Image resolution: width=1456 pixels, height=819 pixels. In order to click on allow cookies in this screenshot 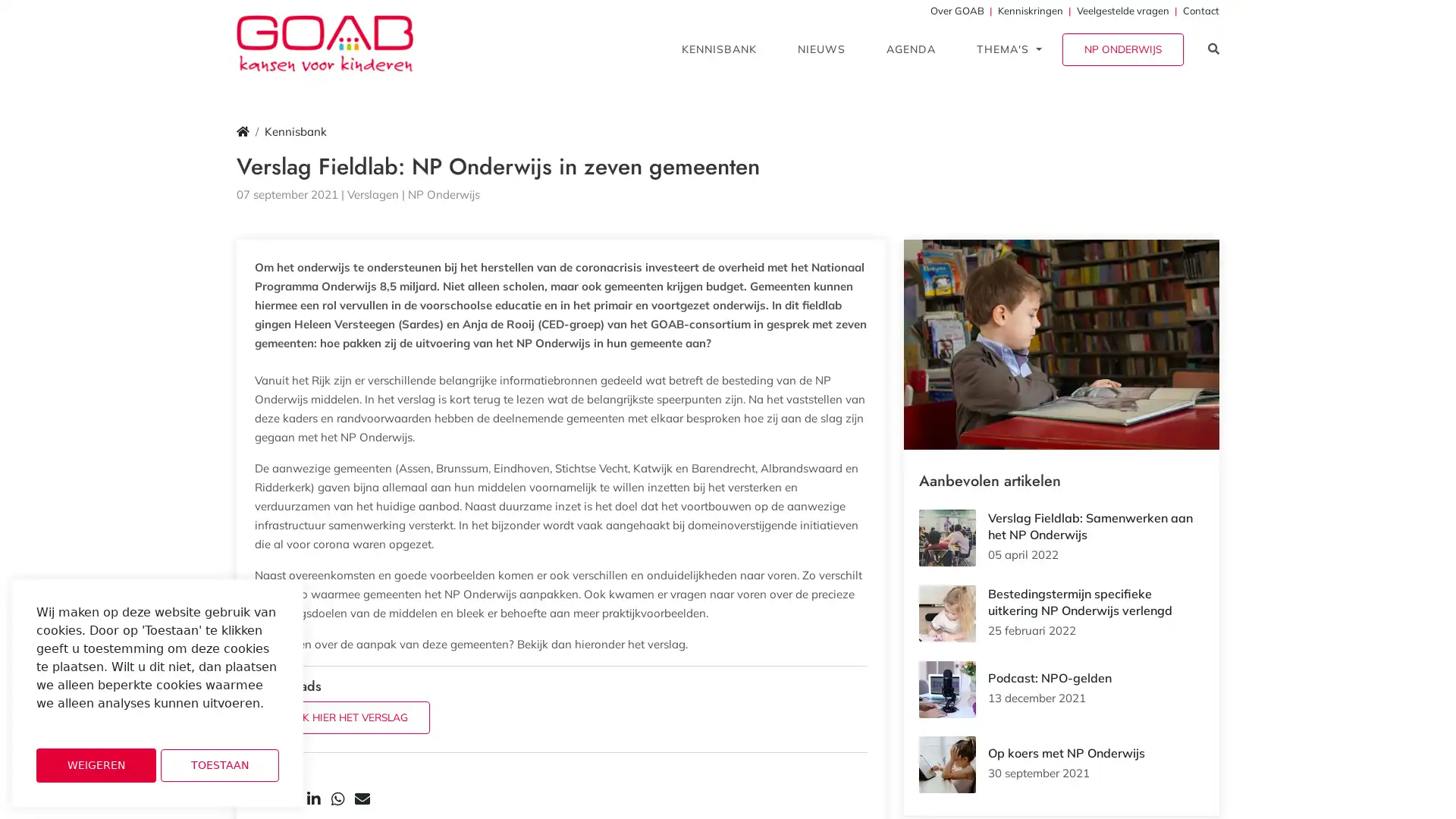, I will do `click(218, 765)`.